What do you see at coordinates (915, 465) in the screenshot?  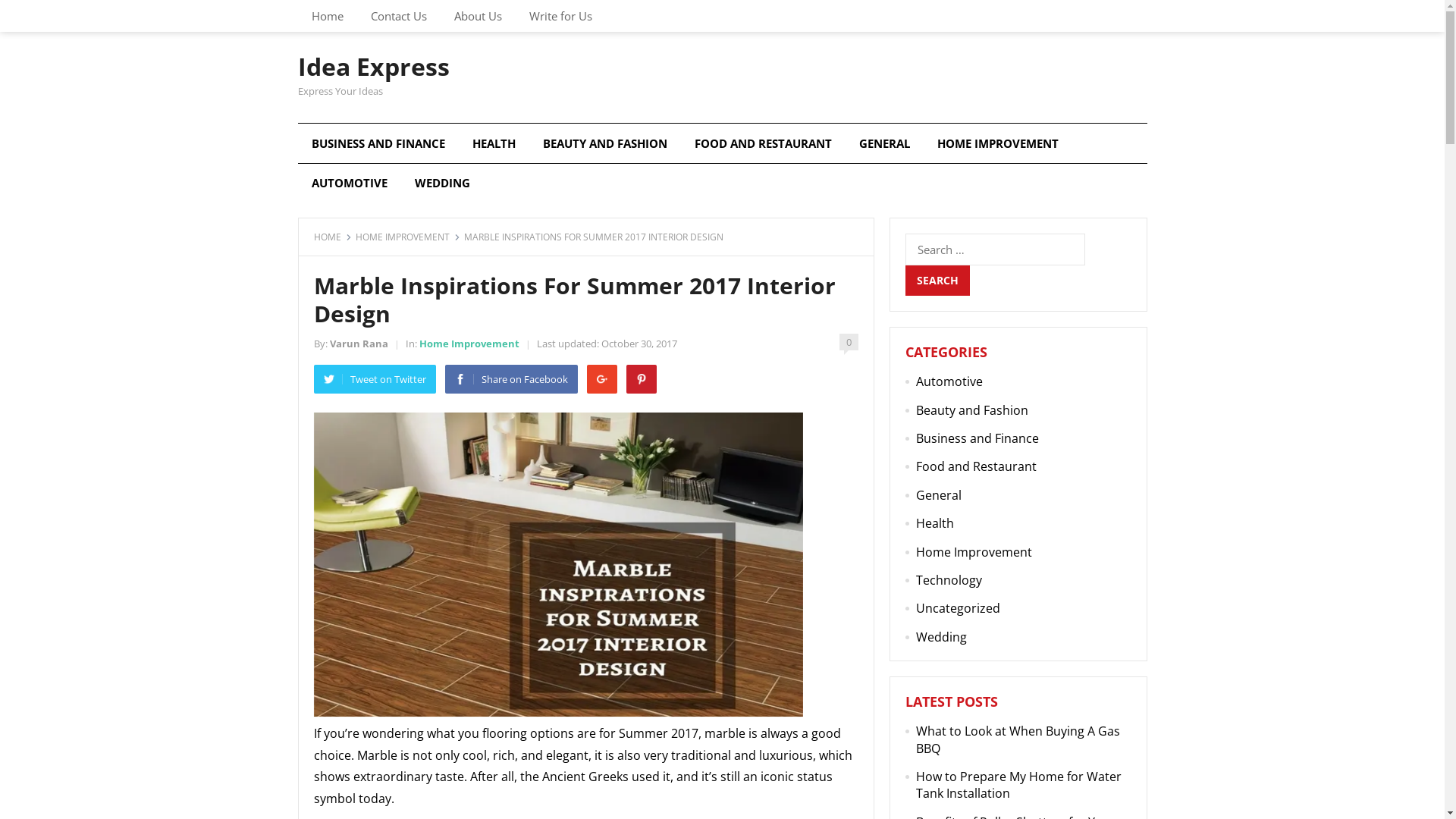 I see `'Food and Restaurant'` at bounding box center [915, 465].